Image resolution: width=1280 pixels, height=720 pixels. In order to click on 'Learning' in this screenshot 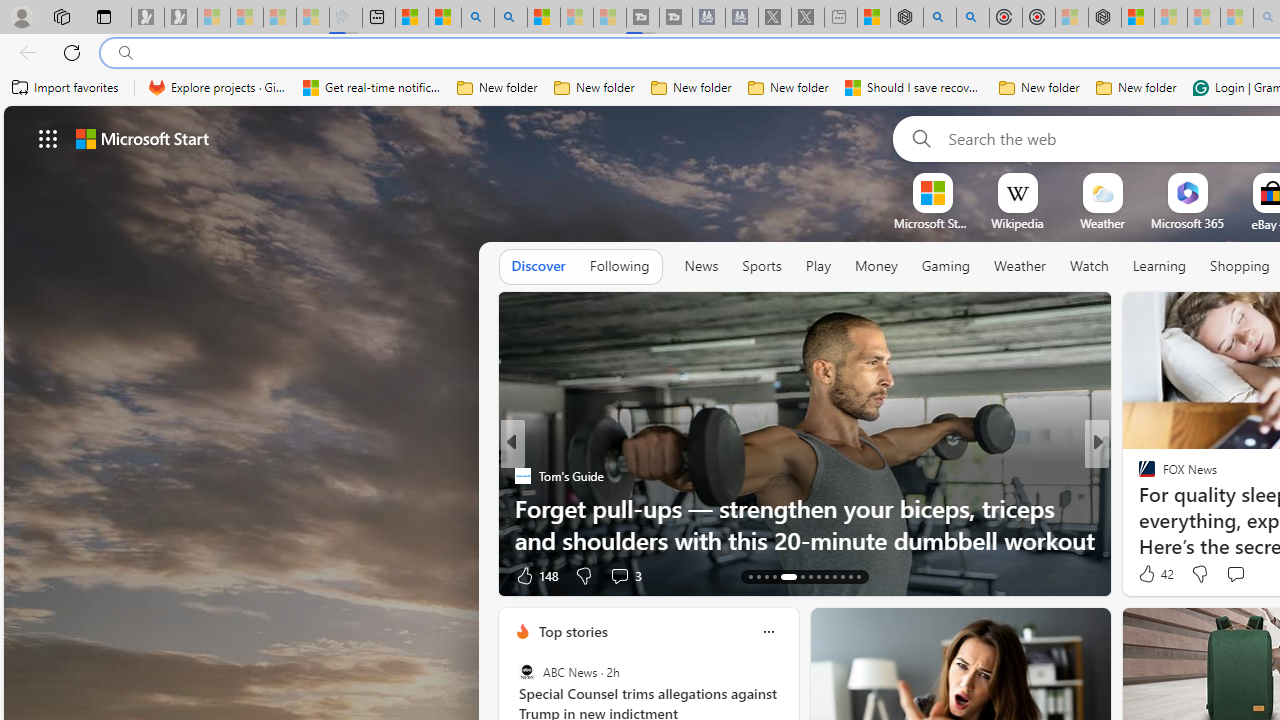, I will do `click(1159, 266)`.